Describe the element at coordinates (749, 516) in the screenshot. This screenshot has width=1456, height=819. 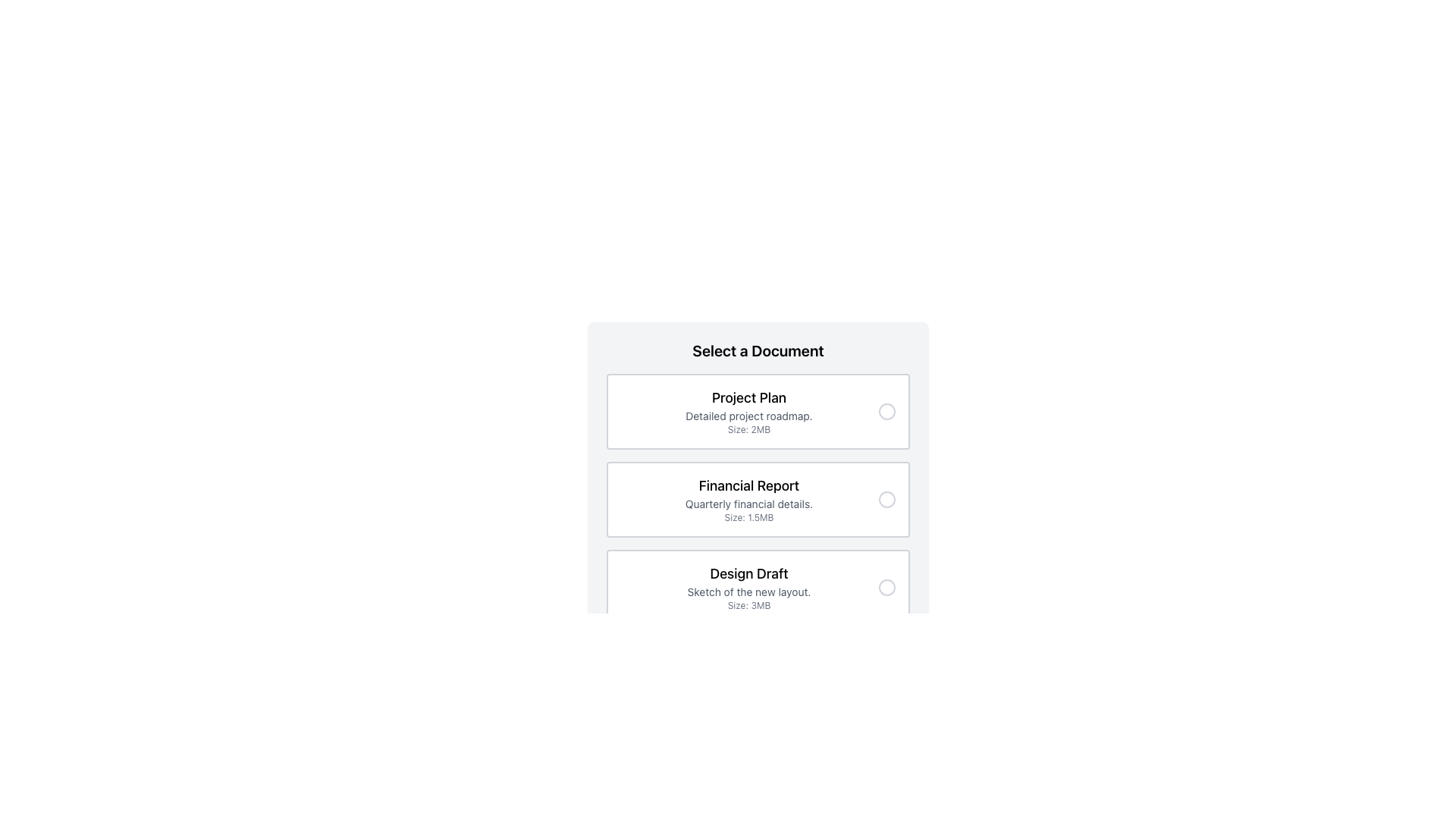
I see `text label that displays 'Size: 1.5MB', located in the financial report section beneath 'Quarterly financial details'` at that location.